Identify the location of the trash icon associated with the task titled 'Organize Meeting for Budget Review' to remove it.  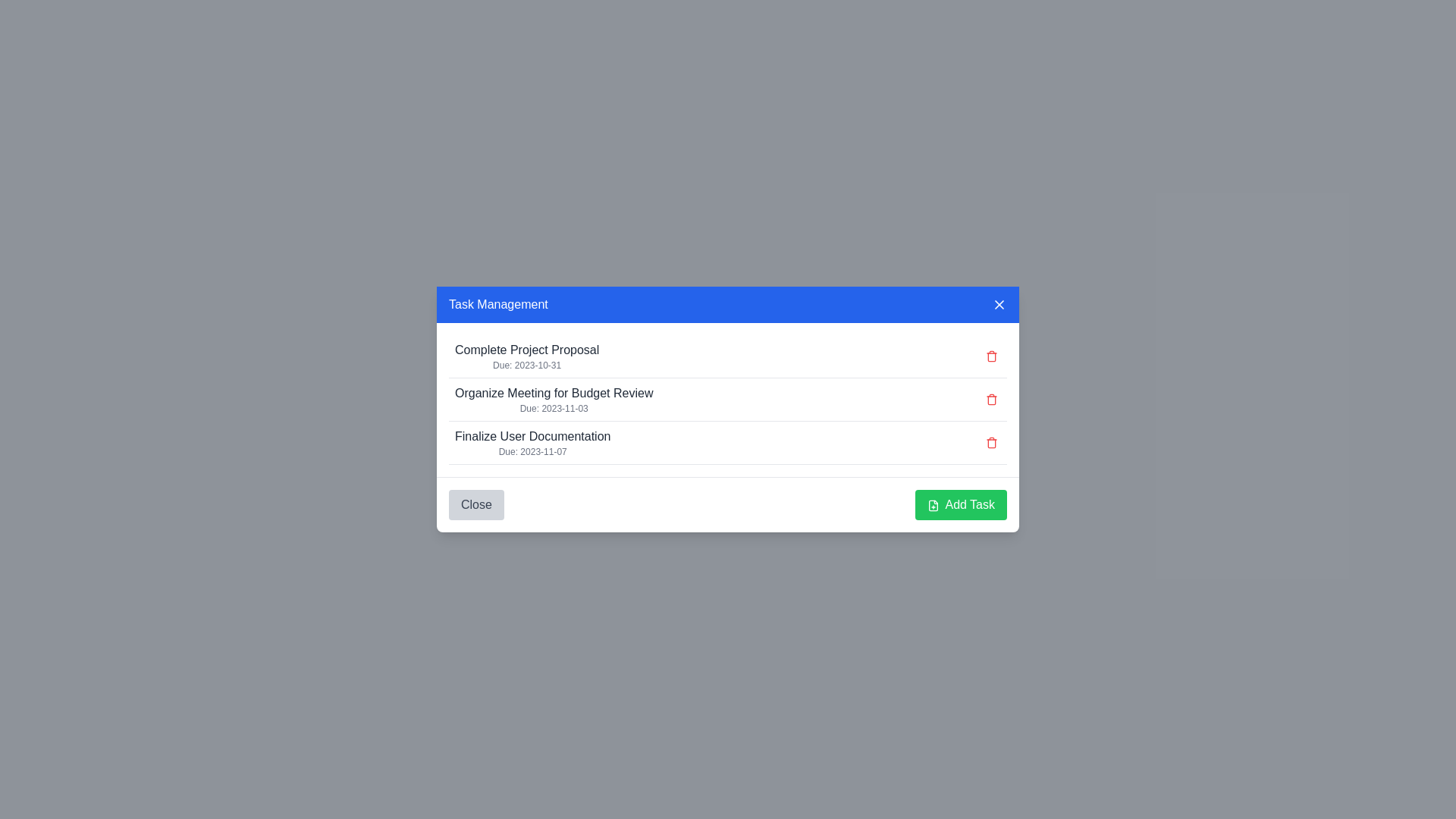
(992, 399).